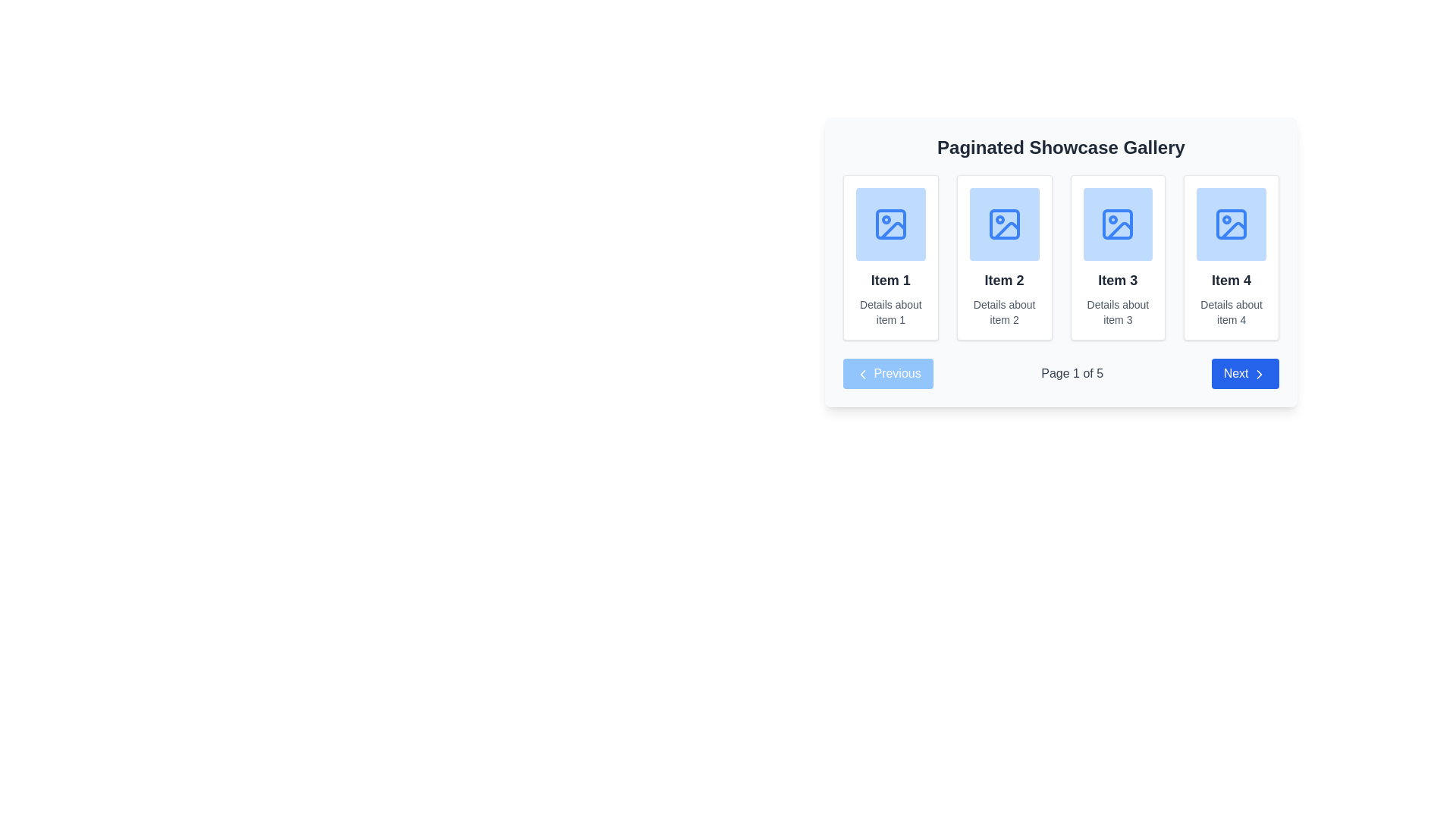 The width and height of the screenshot is (1456, 819). Describe the element at coordinates (890, 281) in the screenshot. I see `properties of the text element displaying 'Item 1', which is styled in bold and large font, located in the first card of the grid, above the description 'Details about item 1'` at that location.